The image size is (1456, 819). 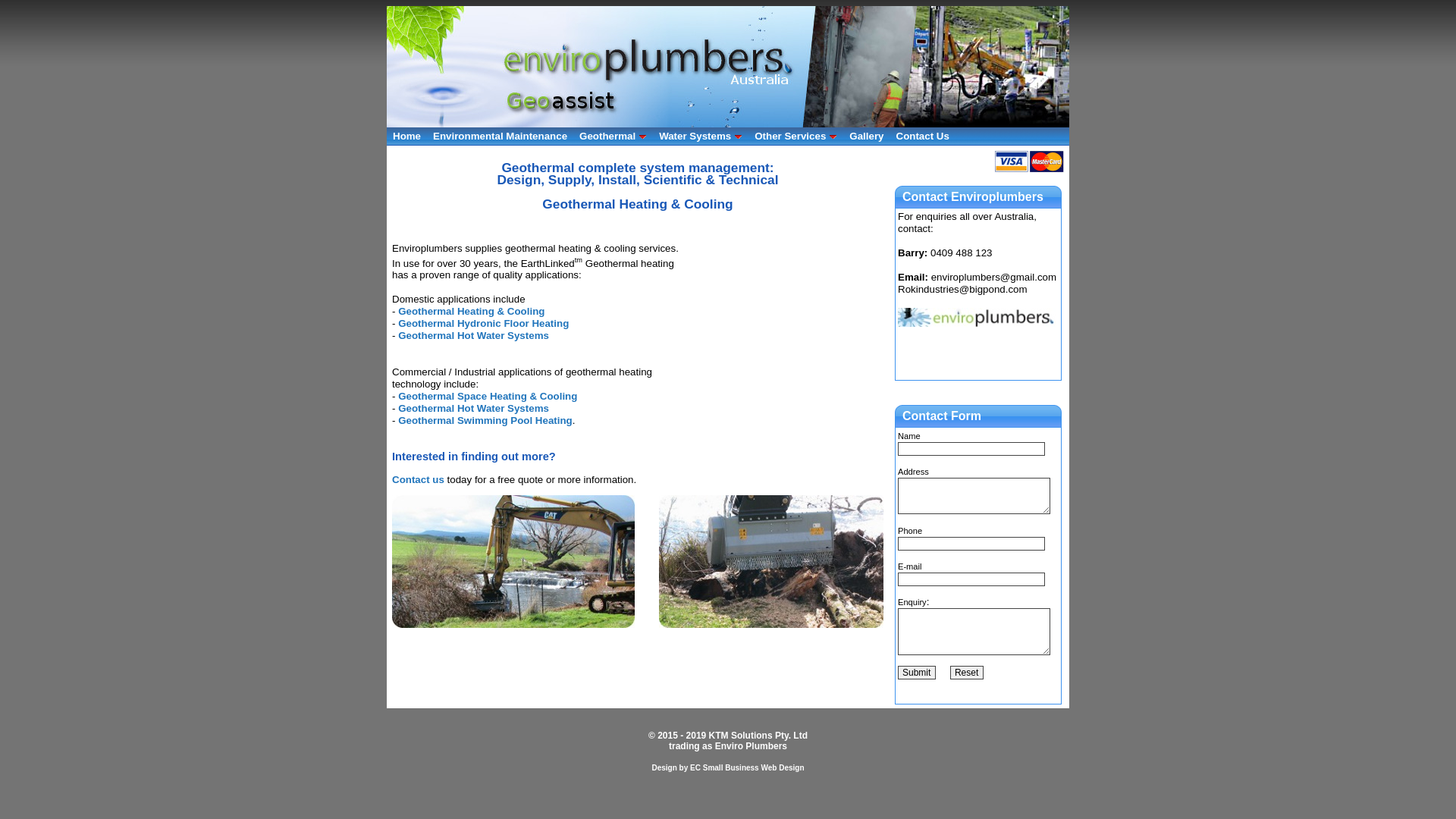 I want to click on 'Gallery', so click(x=866, y=135).